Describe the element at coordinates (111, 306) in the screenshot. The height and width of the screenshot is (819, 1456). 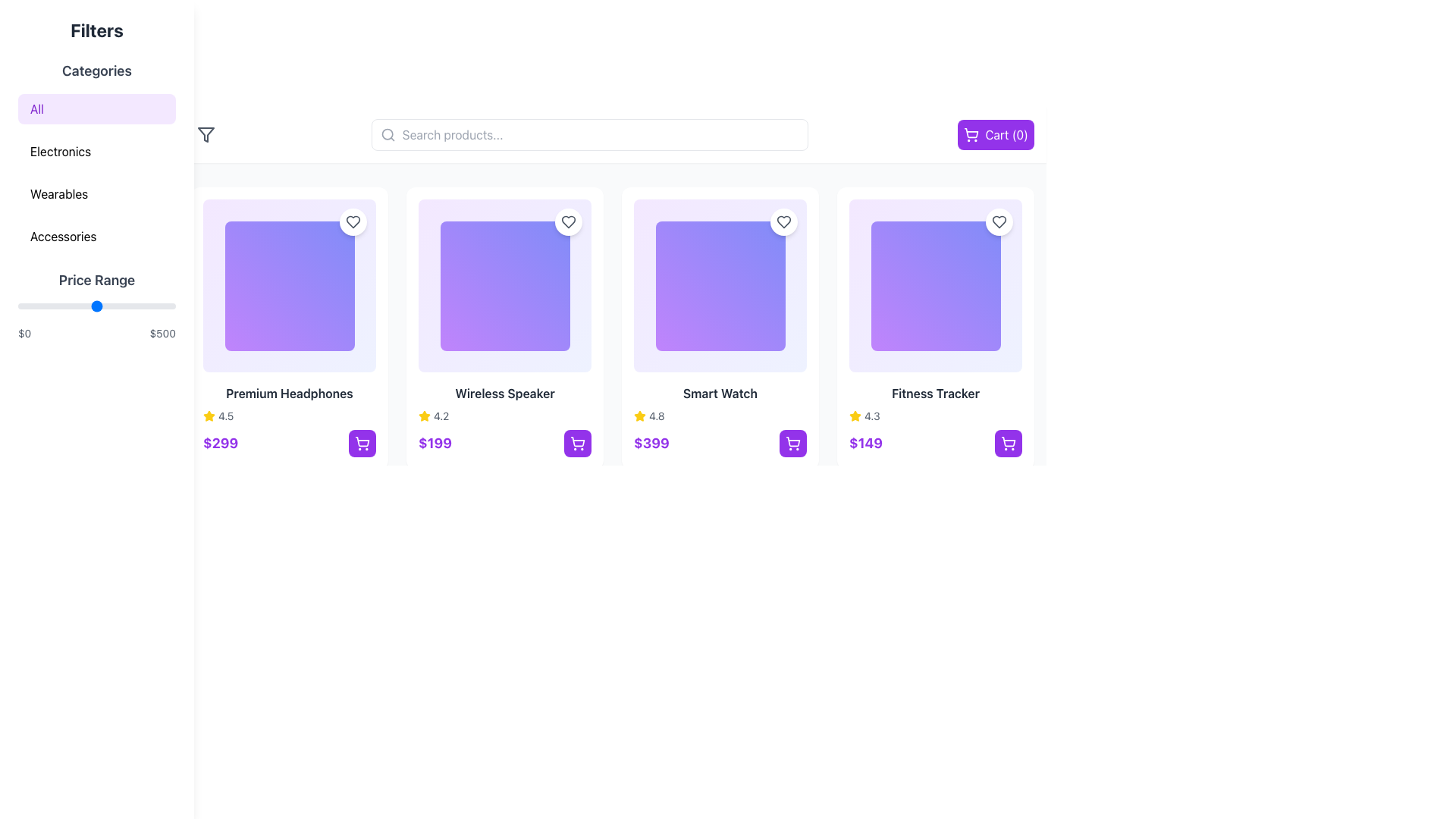
I see `the price range slider` at that location.